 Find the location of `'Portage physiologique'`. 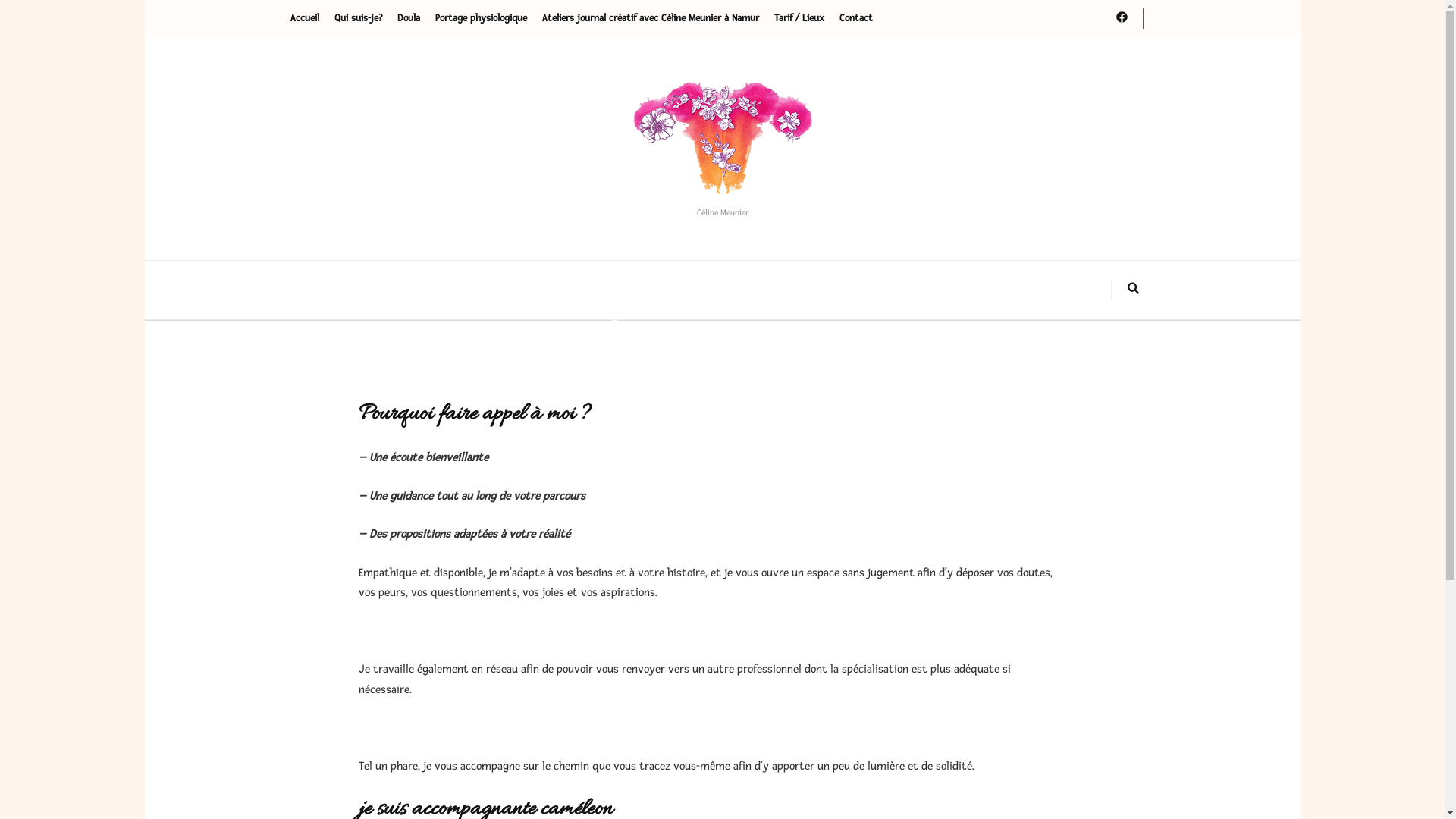

'Portage physiologique' is located at coordinates (480, 18).